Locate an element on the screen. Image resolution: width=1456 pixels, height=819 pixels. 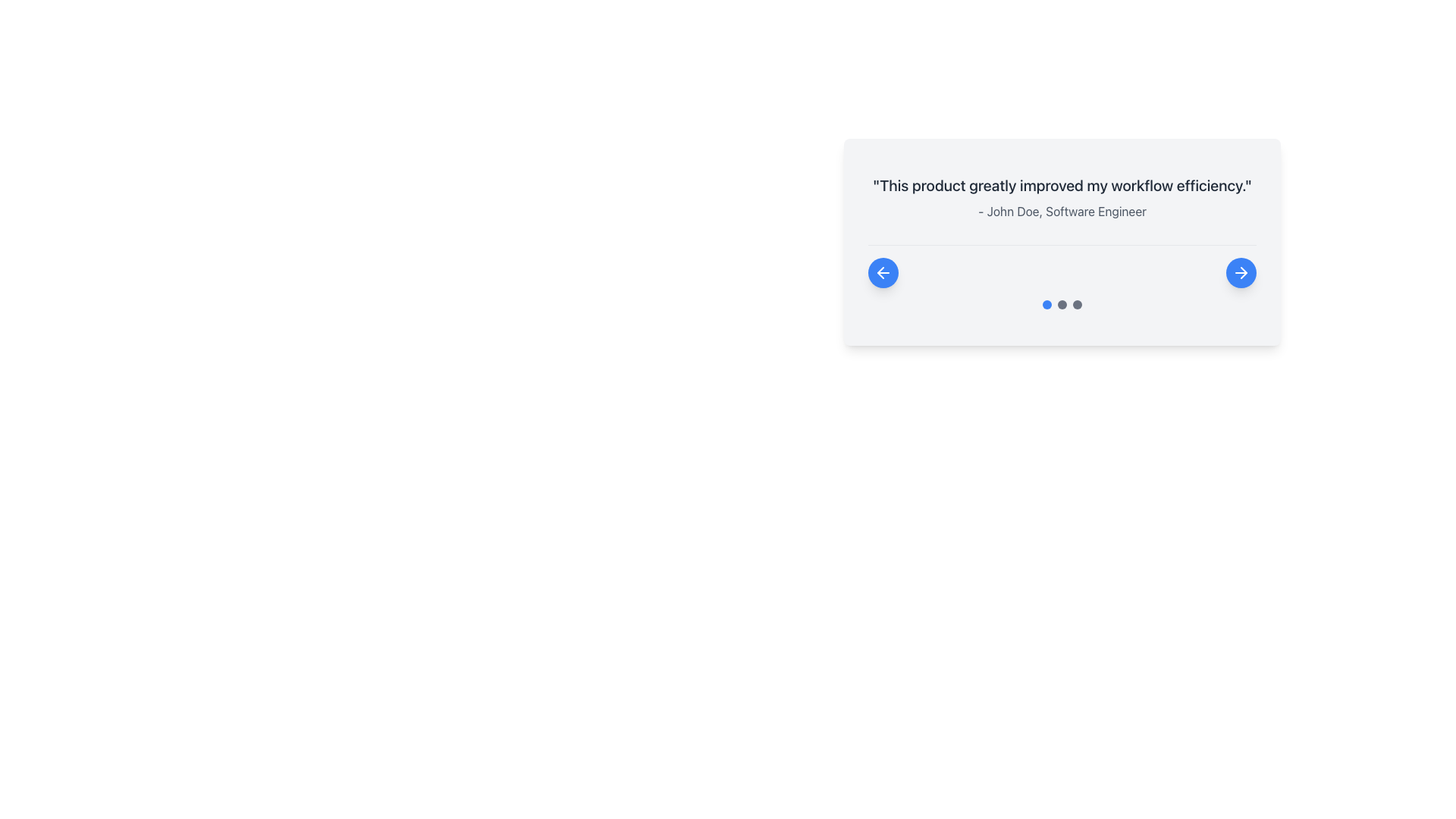
the second gray circular navigation indicator located below the testimonial text is located at coordinates (1062, 304).